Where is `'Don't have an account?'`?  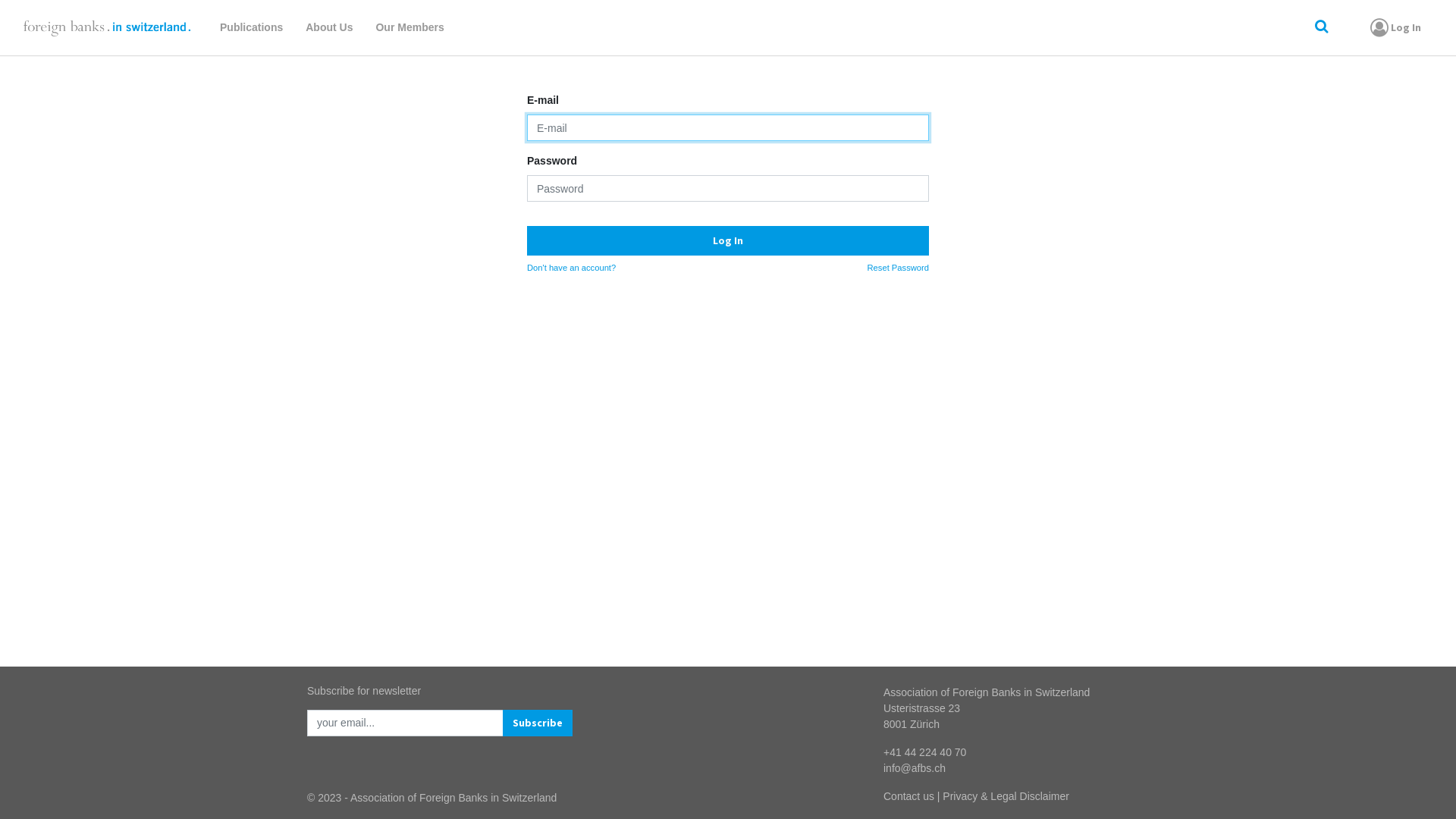
'Don't have an account?' is located at coordinates (570, 267).